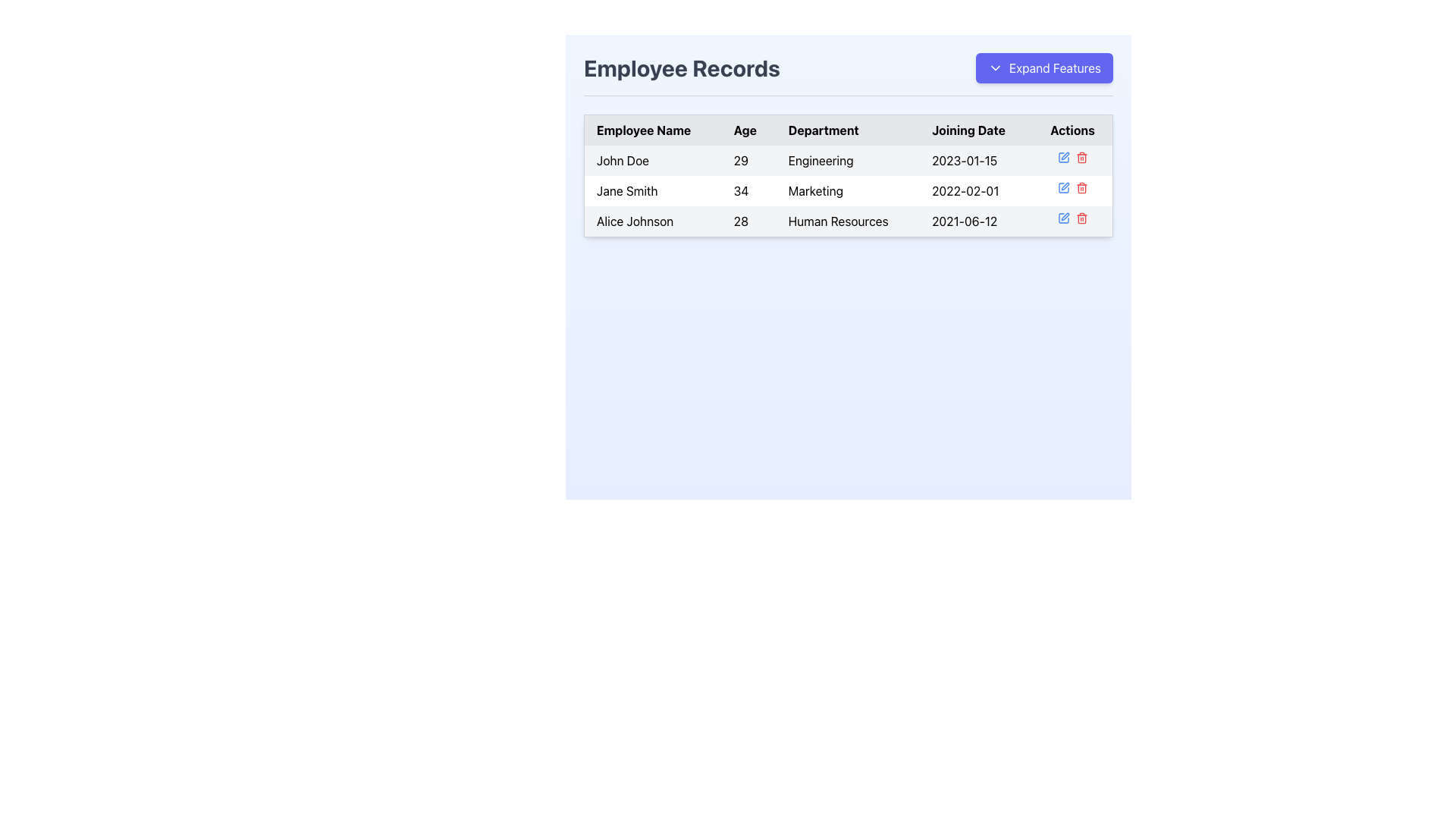 The height and width of the screenshot is (819, 1456). I want to click on text indicating the purpose of the button located to the right of a dropdown arrow in the top-right section of the interface, so click(1054, 67).